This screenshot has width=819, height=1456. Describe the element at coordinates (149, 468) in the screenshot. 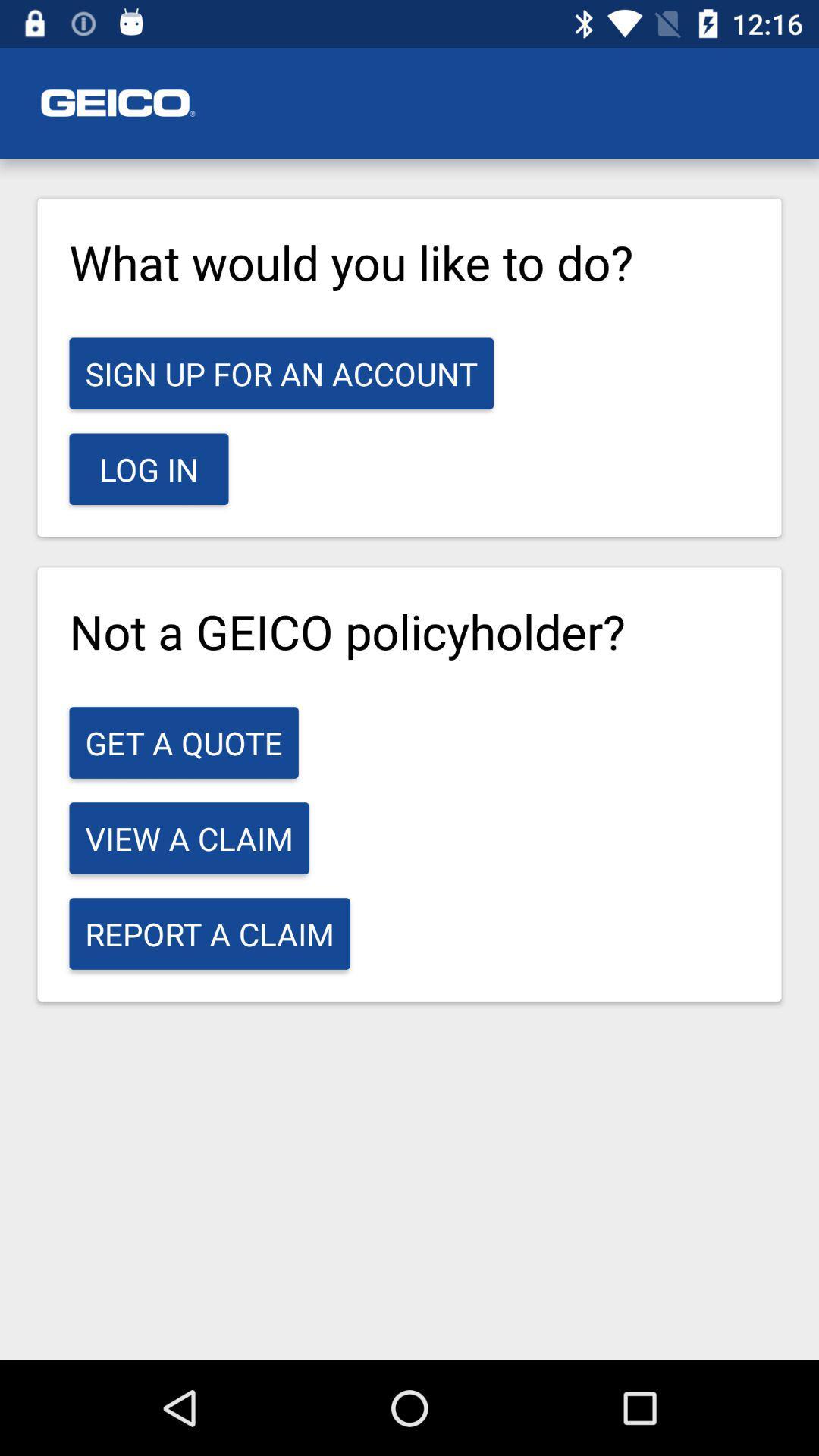

I see `the log in` at that location.